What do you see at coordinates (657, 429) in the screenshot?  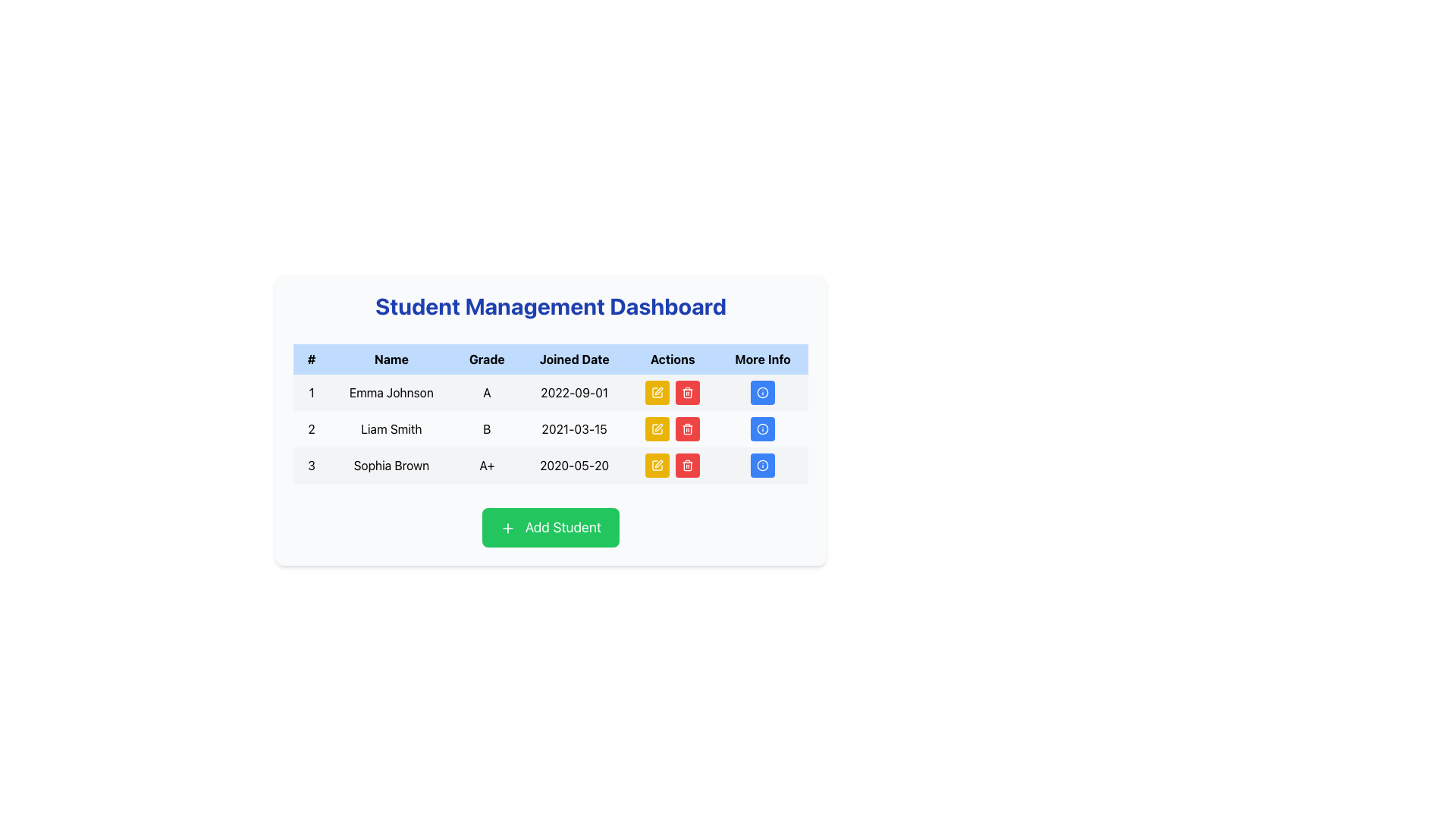 I see `the 'Edit' icon button located in the 'Actions' column of the second row for 'Liam Smith'` at bounding box center [657, 429].